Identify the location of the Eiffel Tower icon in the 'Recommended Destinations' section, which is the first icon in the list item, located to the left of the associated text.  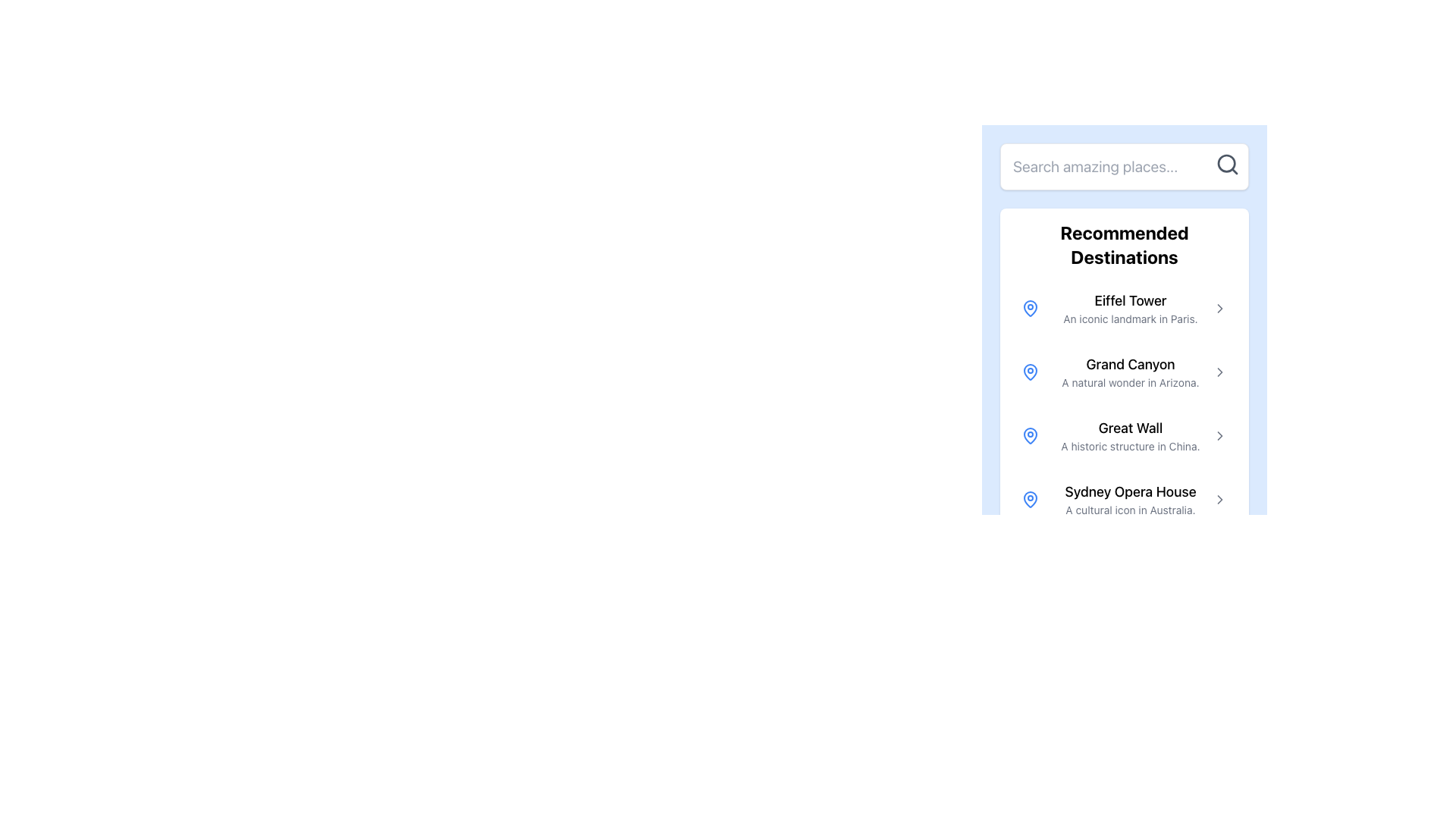
(1030, 308).